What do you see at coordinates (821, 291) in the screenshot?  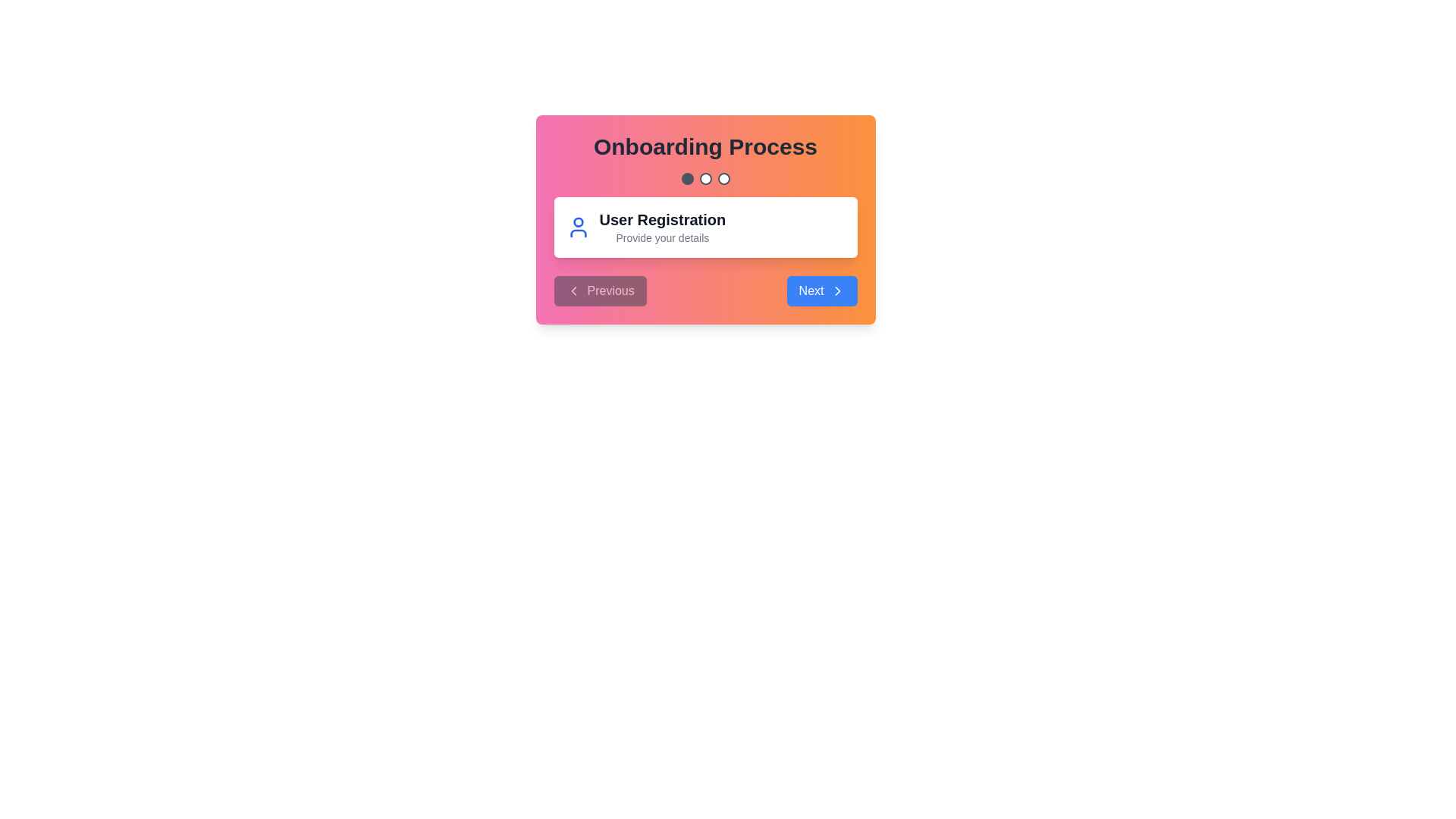 I see `the button located at the bottom-right of the 'Onboarding Process' card` at bounding box center [821, 291].